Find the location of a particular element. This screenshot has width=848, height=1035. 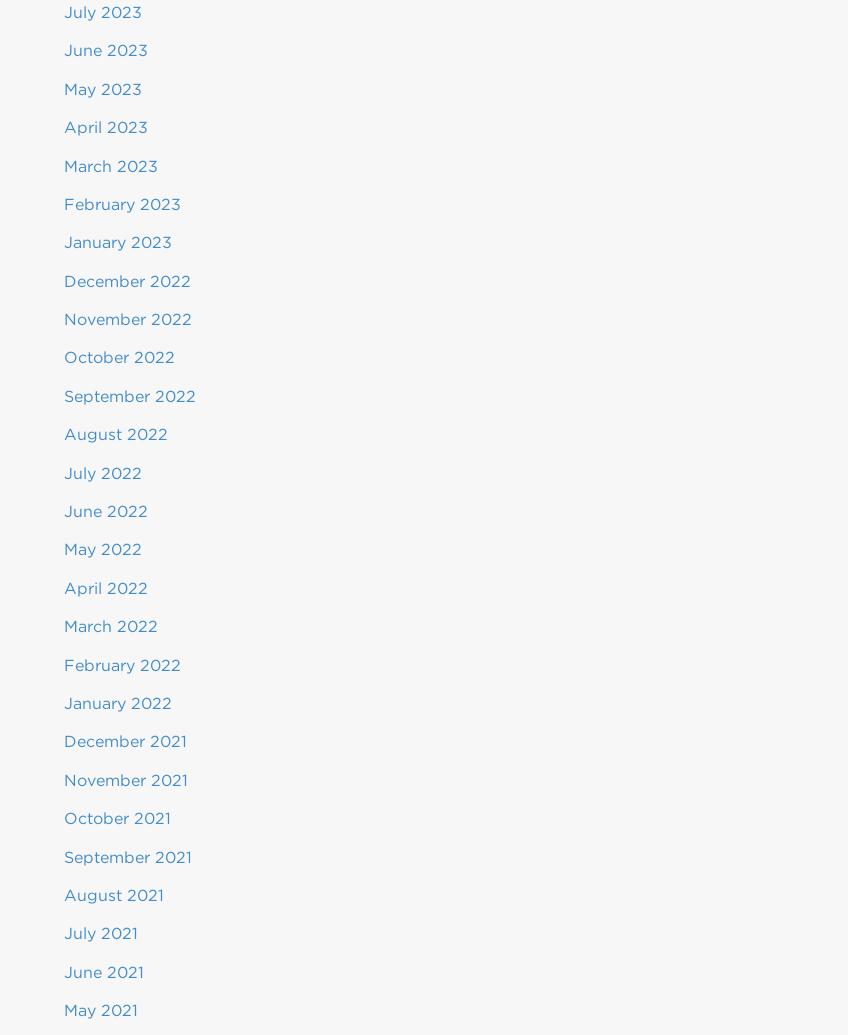

'September 2022' is located at coordinates (128, 395).